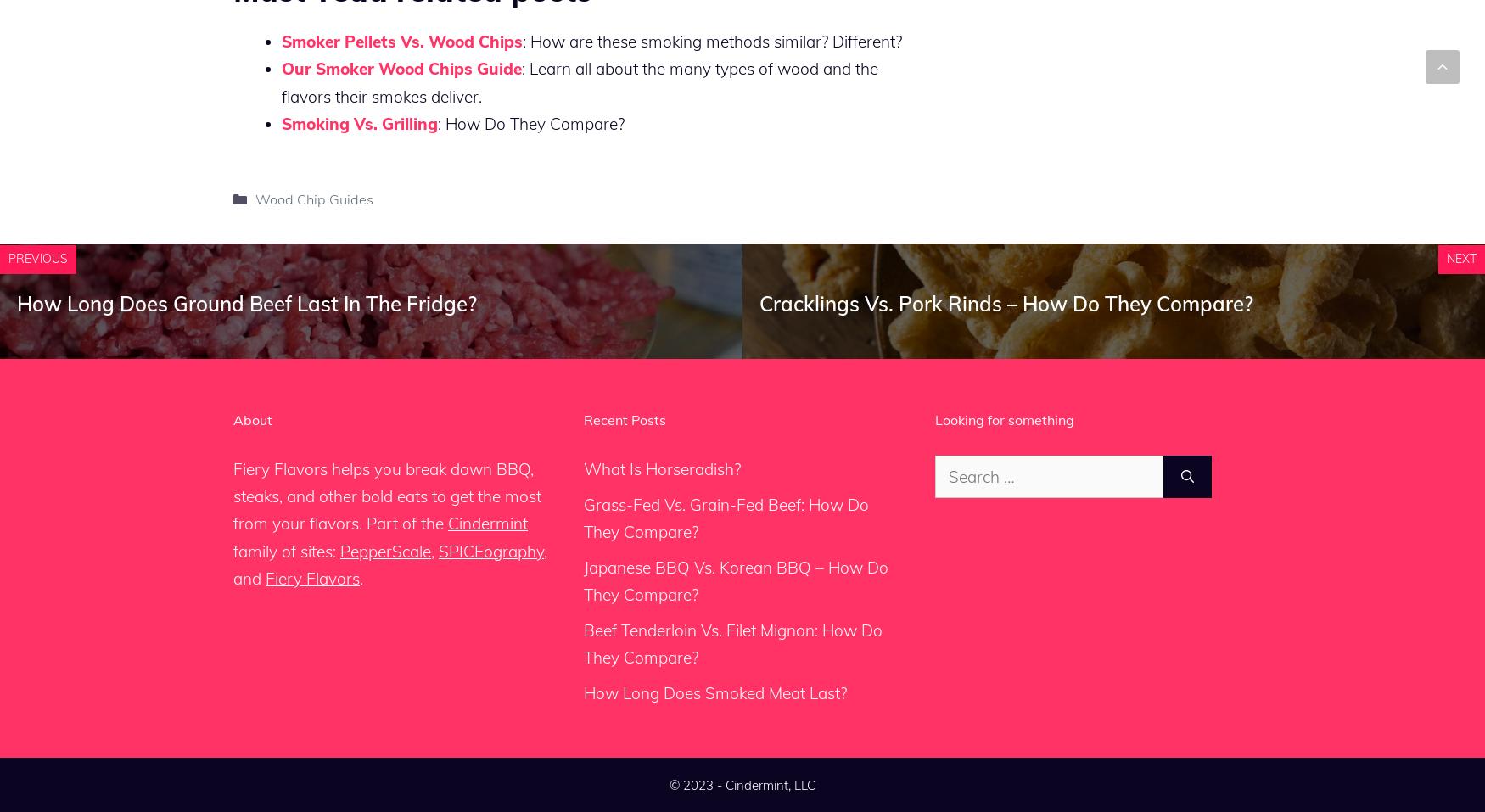 The width and height of the screenshot is (1485, 812). I want to click on 'Fiery Flavors', so click(312, 578).